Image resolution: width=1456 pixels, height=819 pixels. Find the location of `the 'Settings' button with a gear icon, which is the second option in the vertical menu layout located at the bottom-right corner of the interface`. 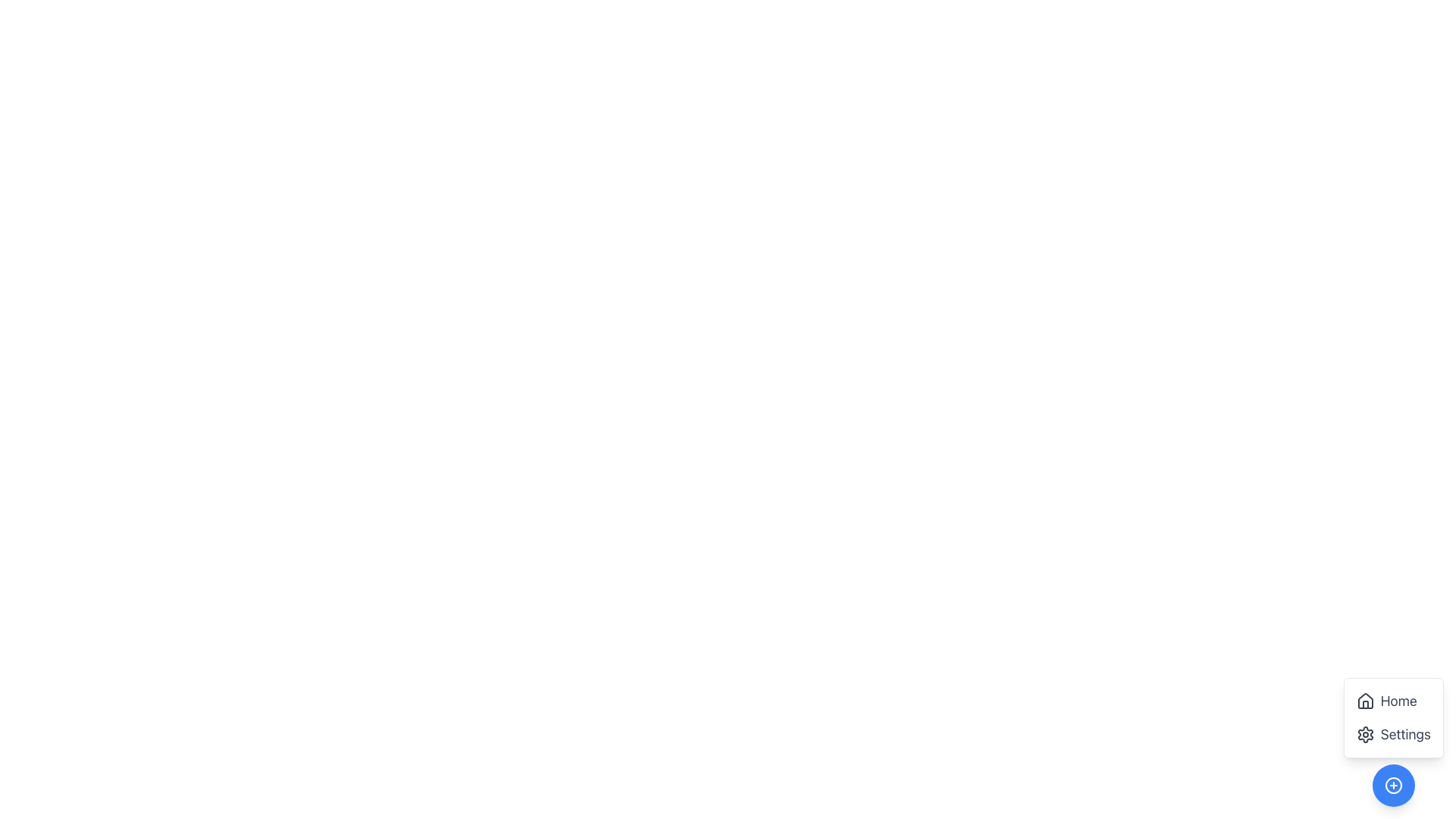

the 'Settings' button with a gear icon, which is the second option in the vertical menu layout located at the bottom-right corner of the interface is located at coordinates (1393, 742).